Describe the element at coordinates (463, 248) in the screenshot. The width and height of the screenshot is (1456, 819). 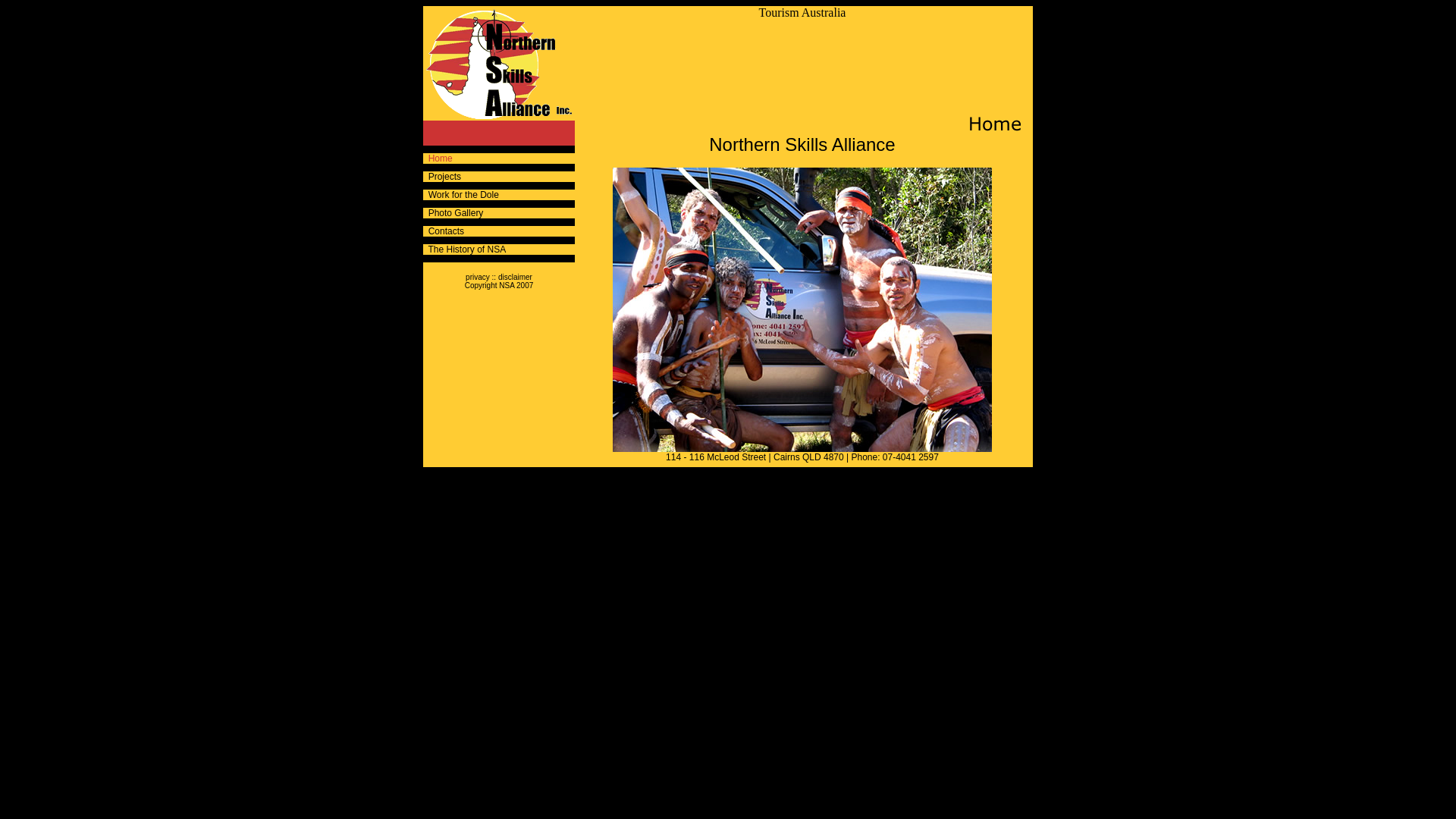
I see `'  The History of NSA'` at that location.